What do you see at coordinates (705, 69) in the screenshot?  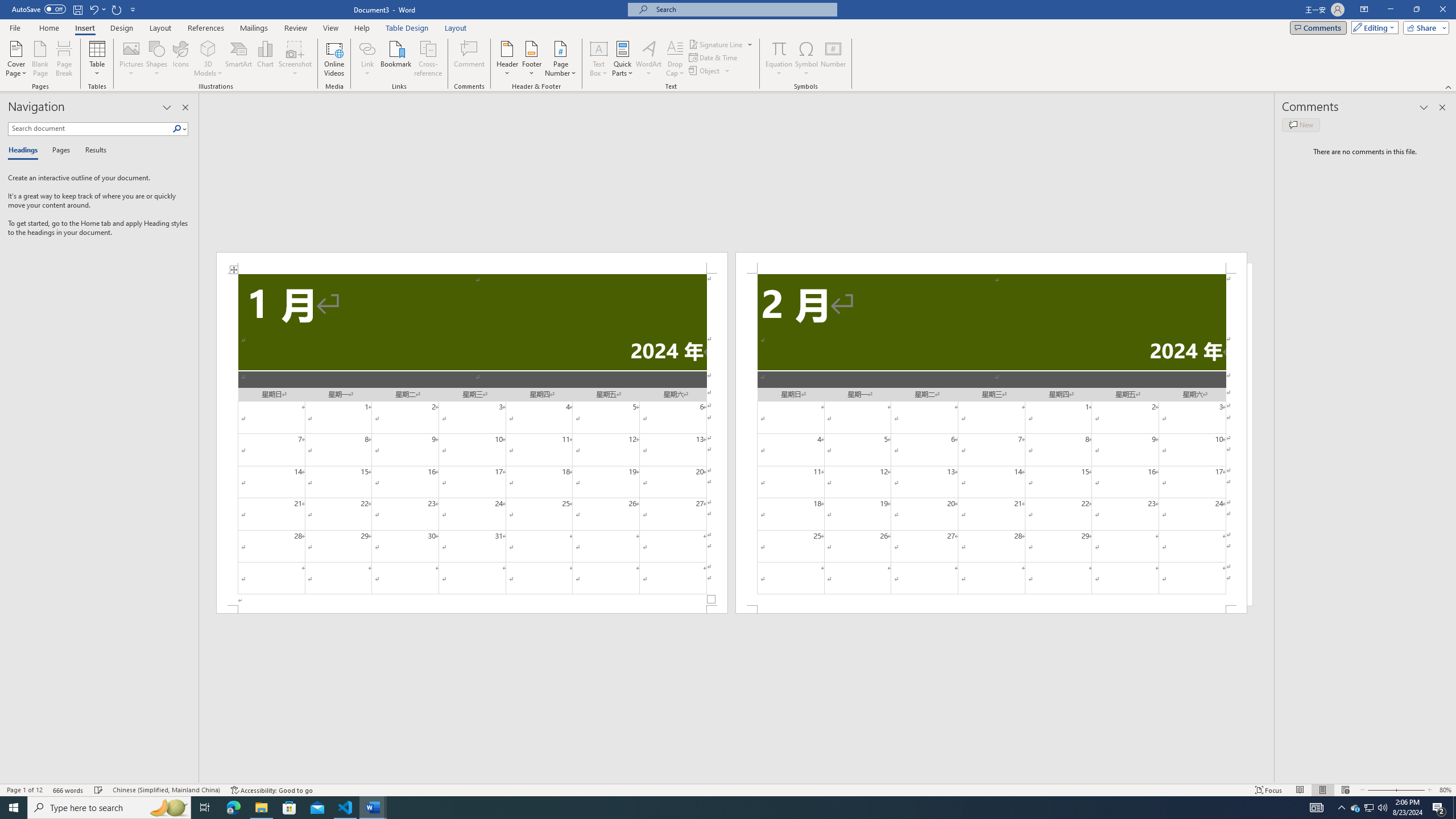 I see `'Object...'` at bounding box center [705, 69].